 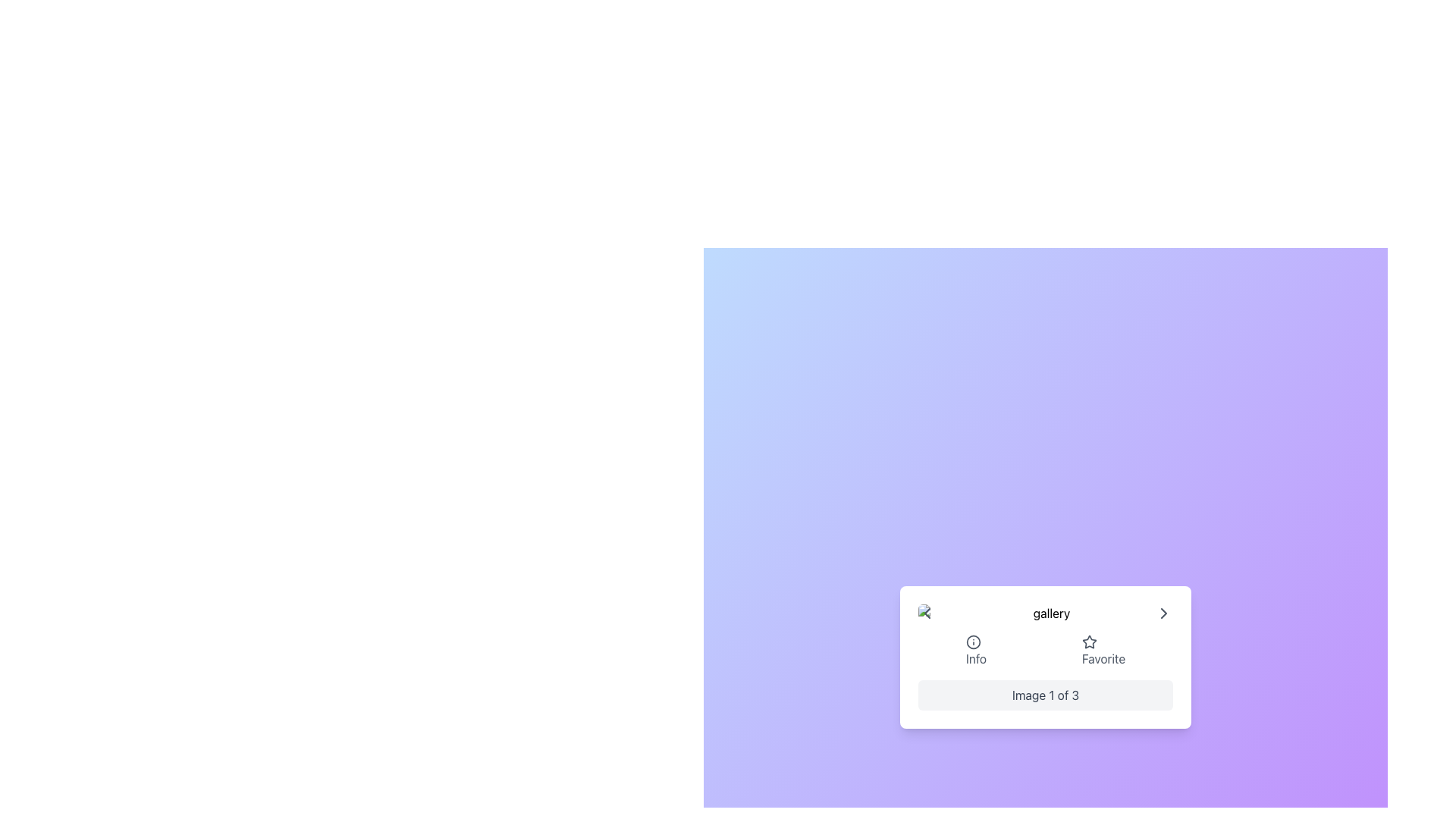 I want to click on the next button located at the bottom-right corner of the card, so click(x=1163, y=613).